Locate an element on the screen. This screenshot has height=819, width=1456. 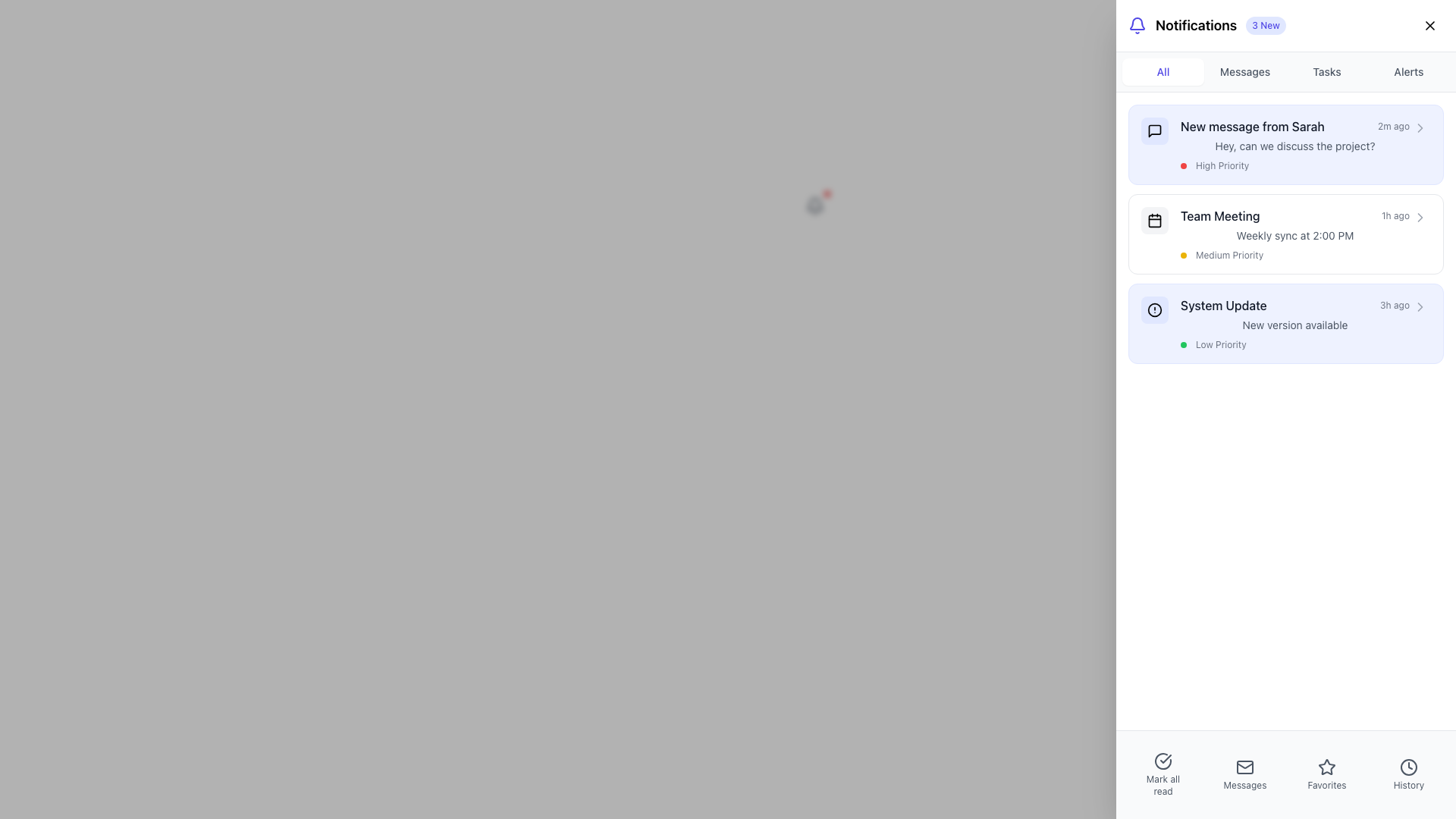
the right-pointing chevron icon located near the center-right corner of the 'Team Meeting' notification in the Notifications panel is located at coordinates (1419, 217).